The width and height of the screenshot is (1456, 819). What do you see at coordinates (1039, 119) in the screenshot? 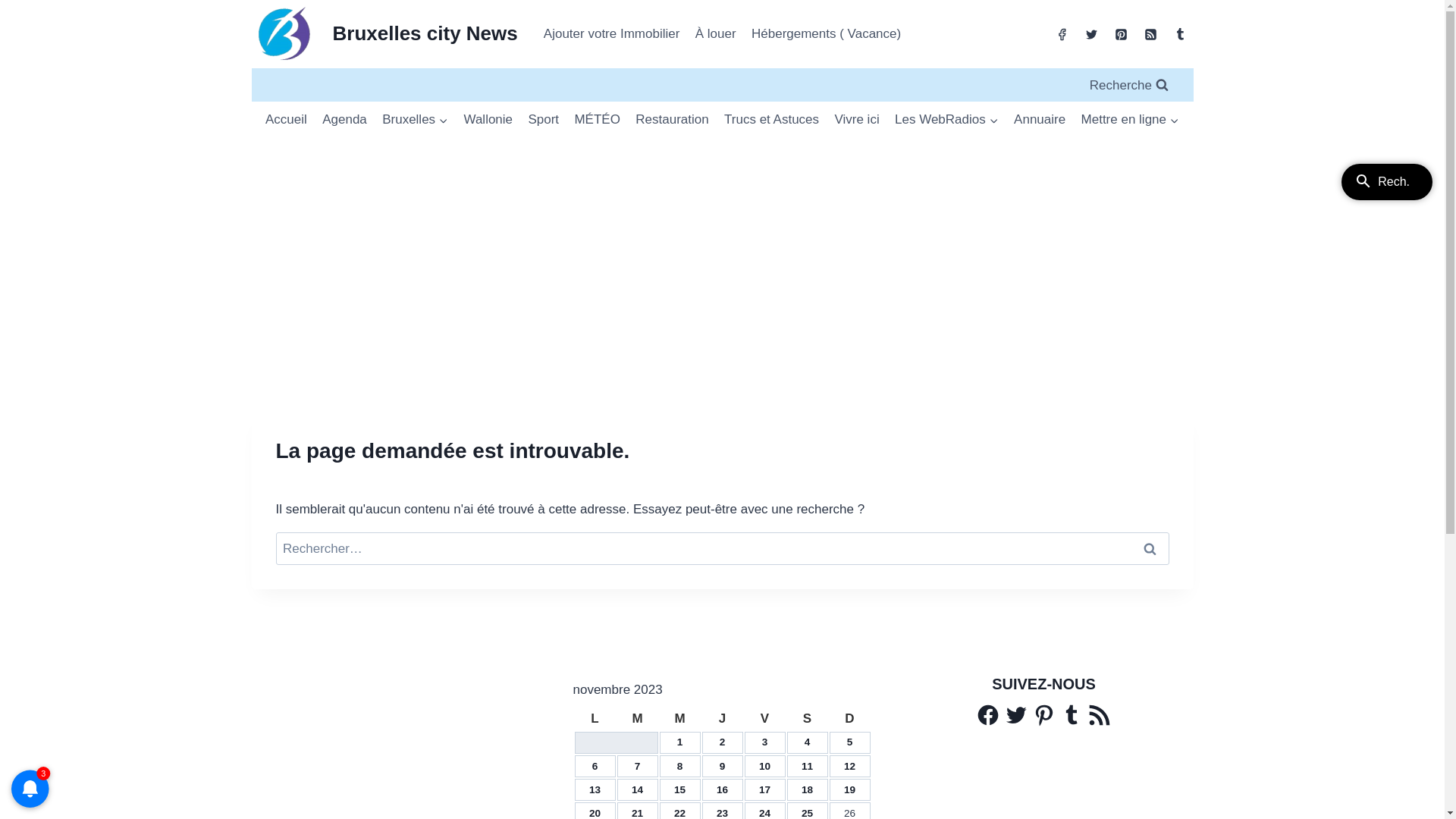
I see `'Annuaire'` at bounding box center [1039, 119].